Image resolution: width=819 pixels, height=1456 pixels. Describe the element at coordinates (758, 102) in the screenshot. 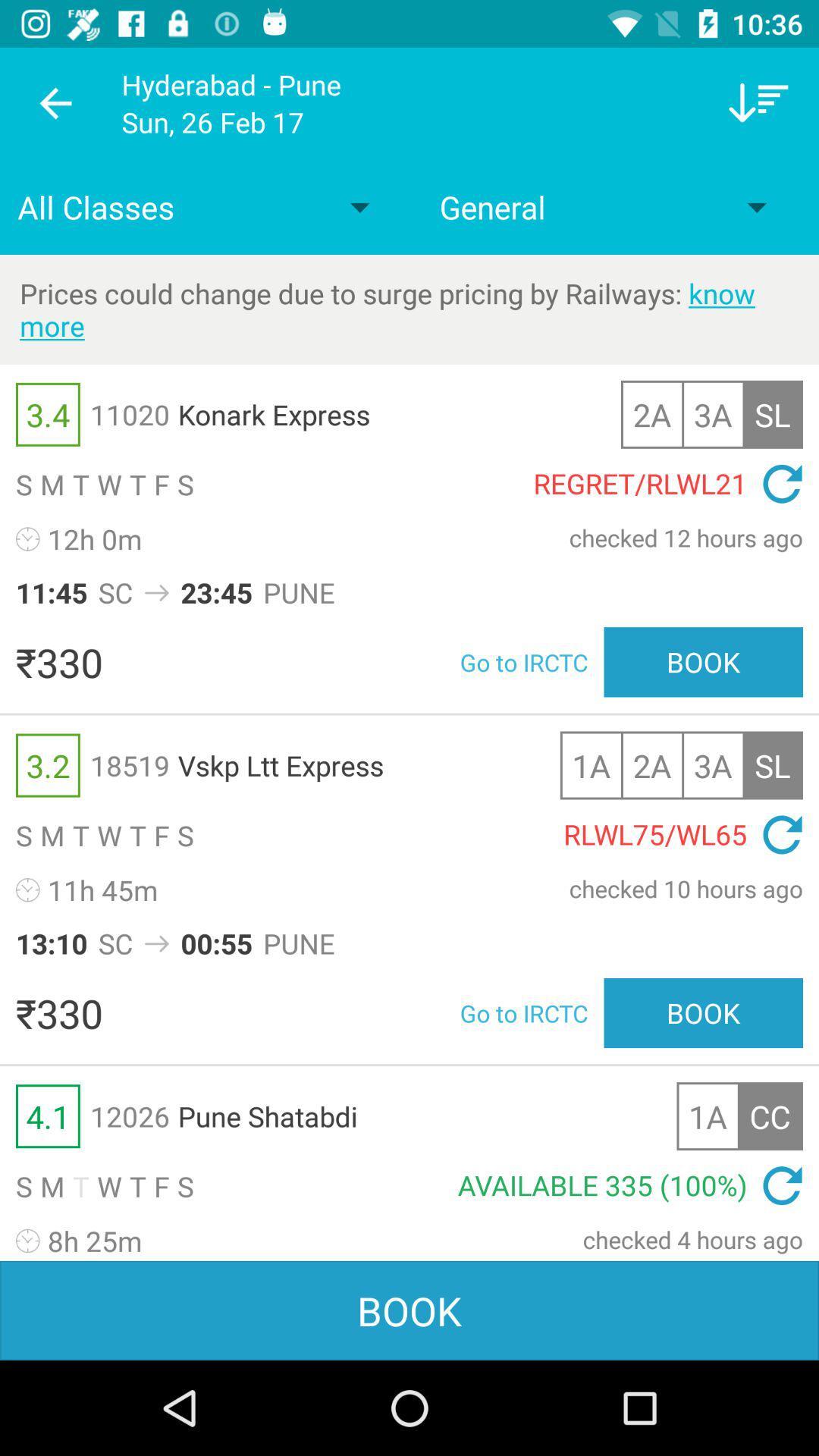

I see `lower volume` at that location.